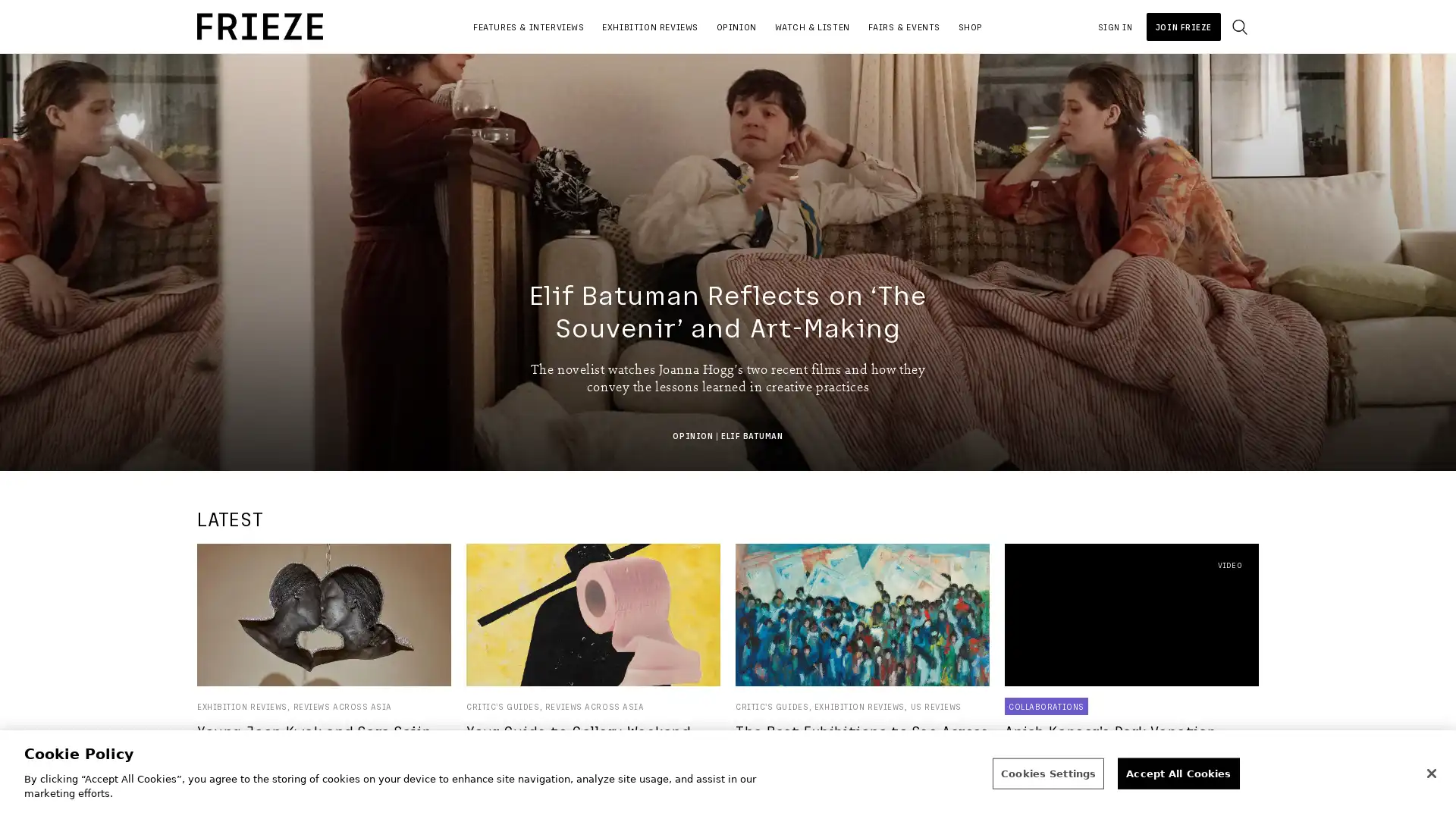 This screenshot has height=819, width=1456. I want to click on Close, so click(1430, 772).